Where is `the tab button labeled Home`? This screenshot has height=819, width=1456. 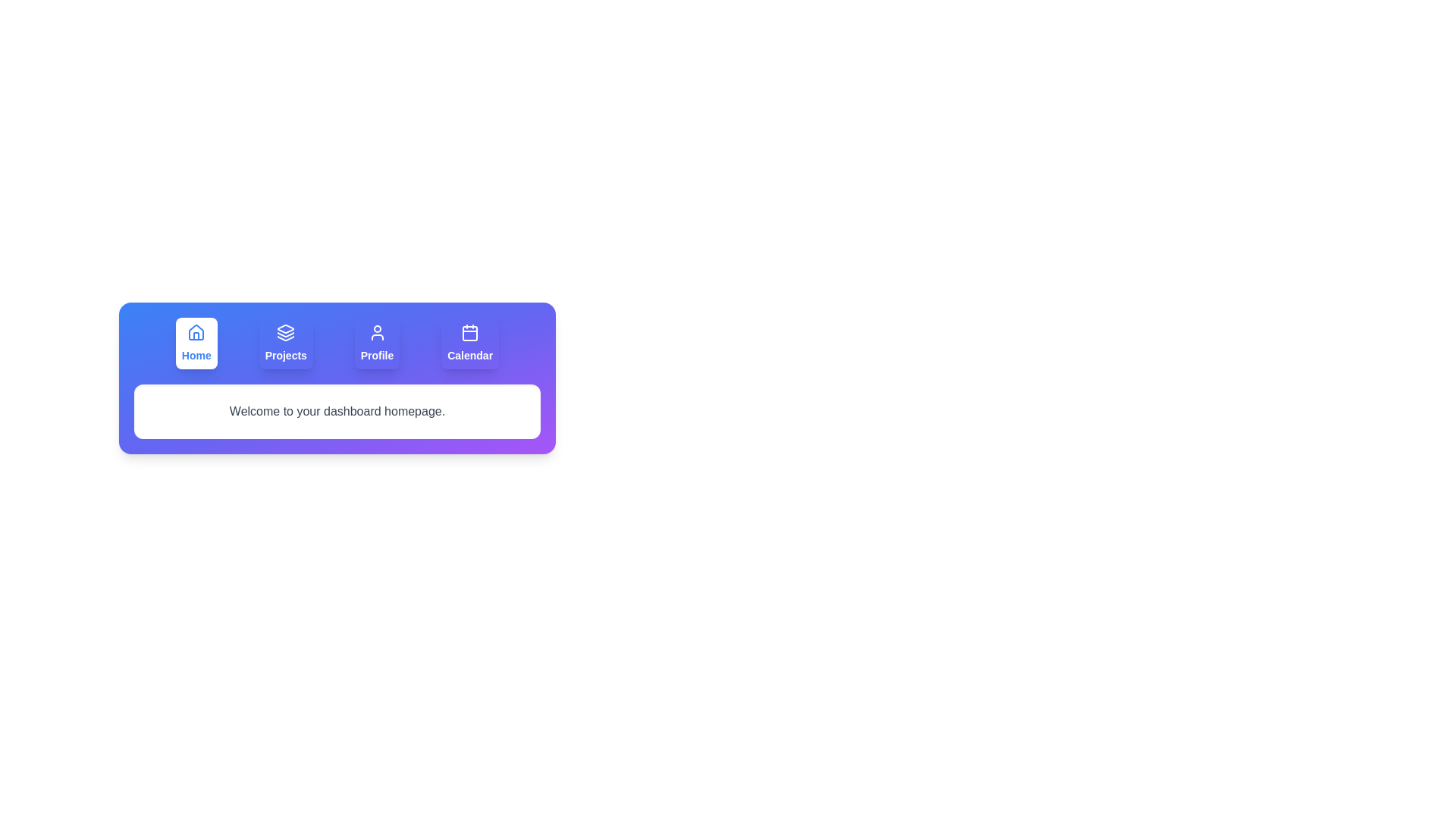
the tab button labeled Home is located at coordinates (196, 343).